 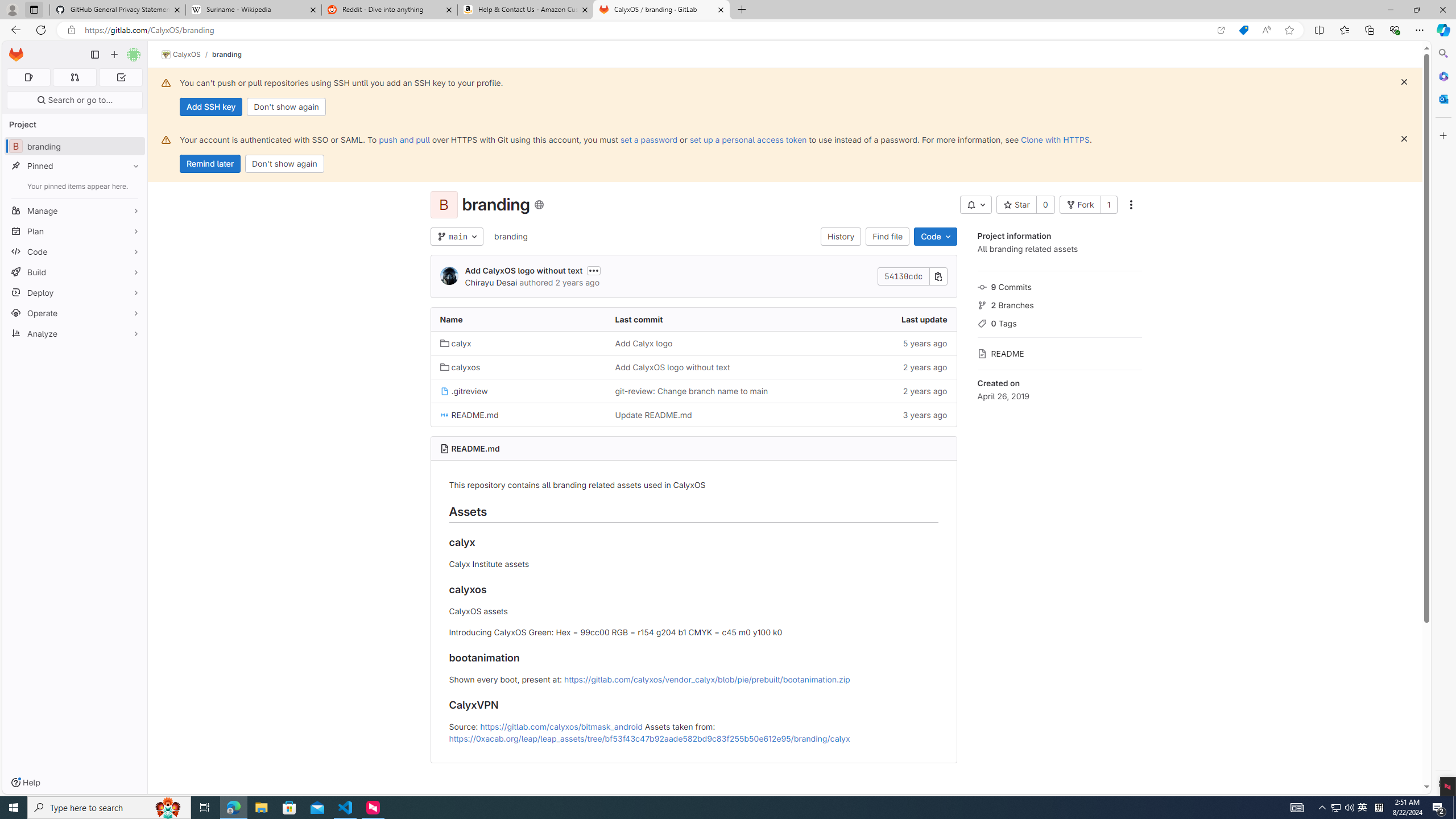 I want to click on 'Deploy', so click(x=74, y=292).